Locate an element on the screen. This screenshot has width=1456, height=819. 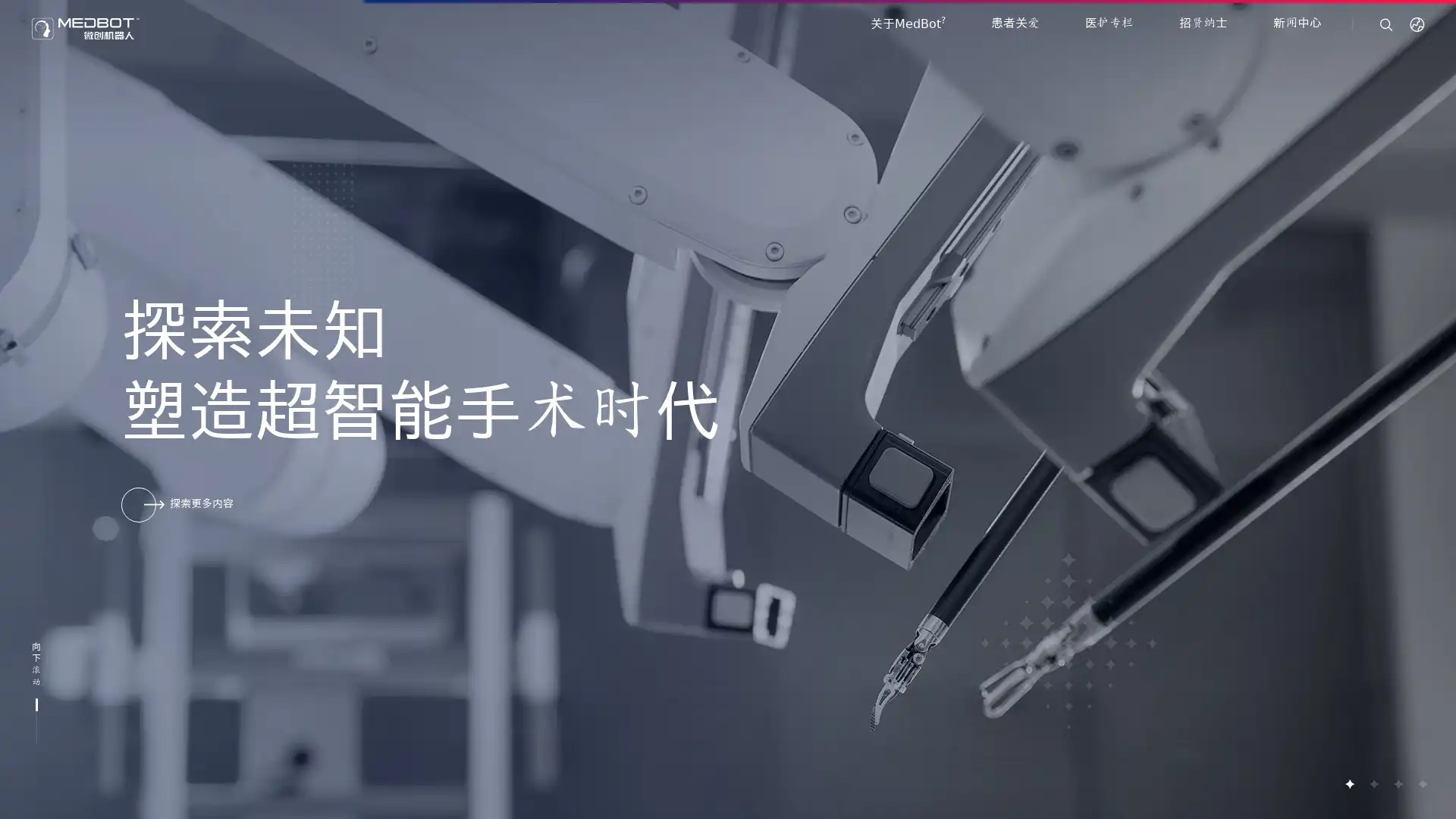
Go to slide 1 is located at coordinates (1349, 783).